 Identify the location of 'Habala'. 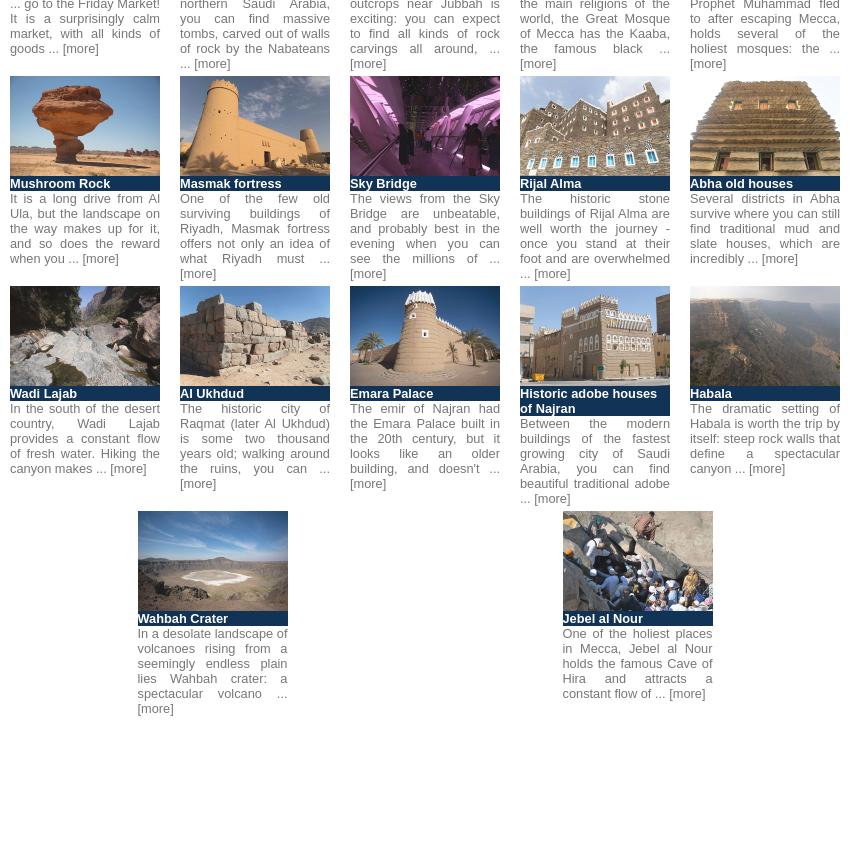
(689, 393).